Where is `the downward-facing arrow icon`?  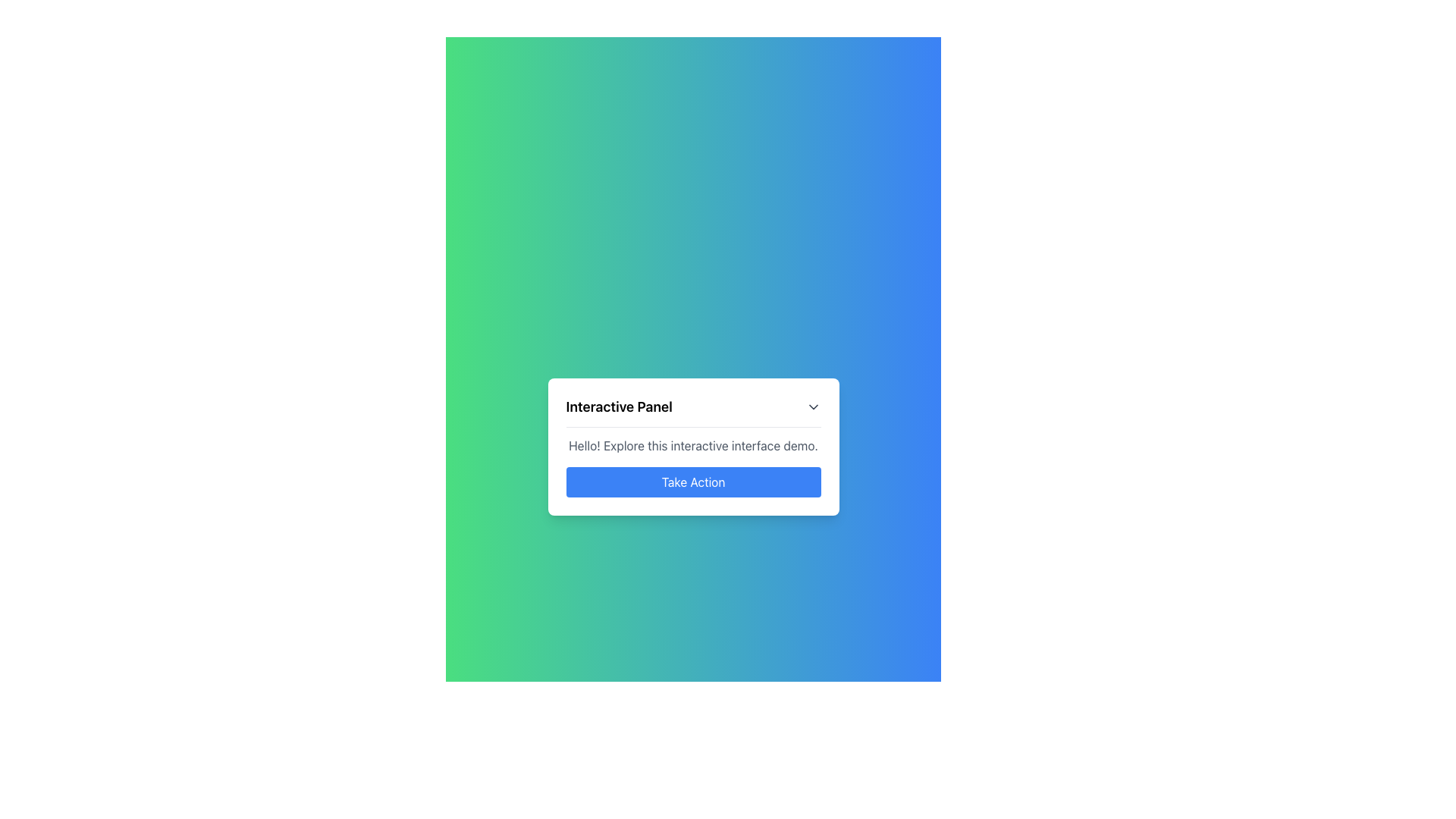 the downward-facing arrow icon is located at coordinates (812, 406).